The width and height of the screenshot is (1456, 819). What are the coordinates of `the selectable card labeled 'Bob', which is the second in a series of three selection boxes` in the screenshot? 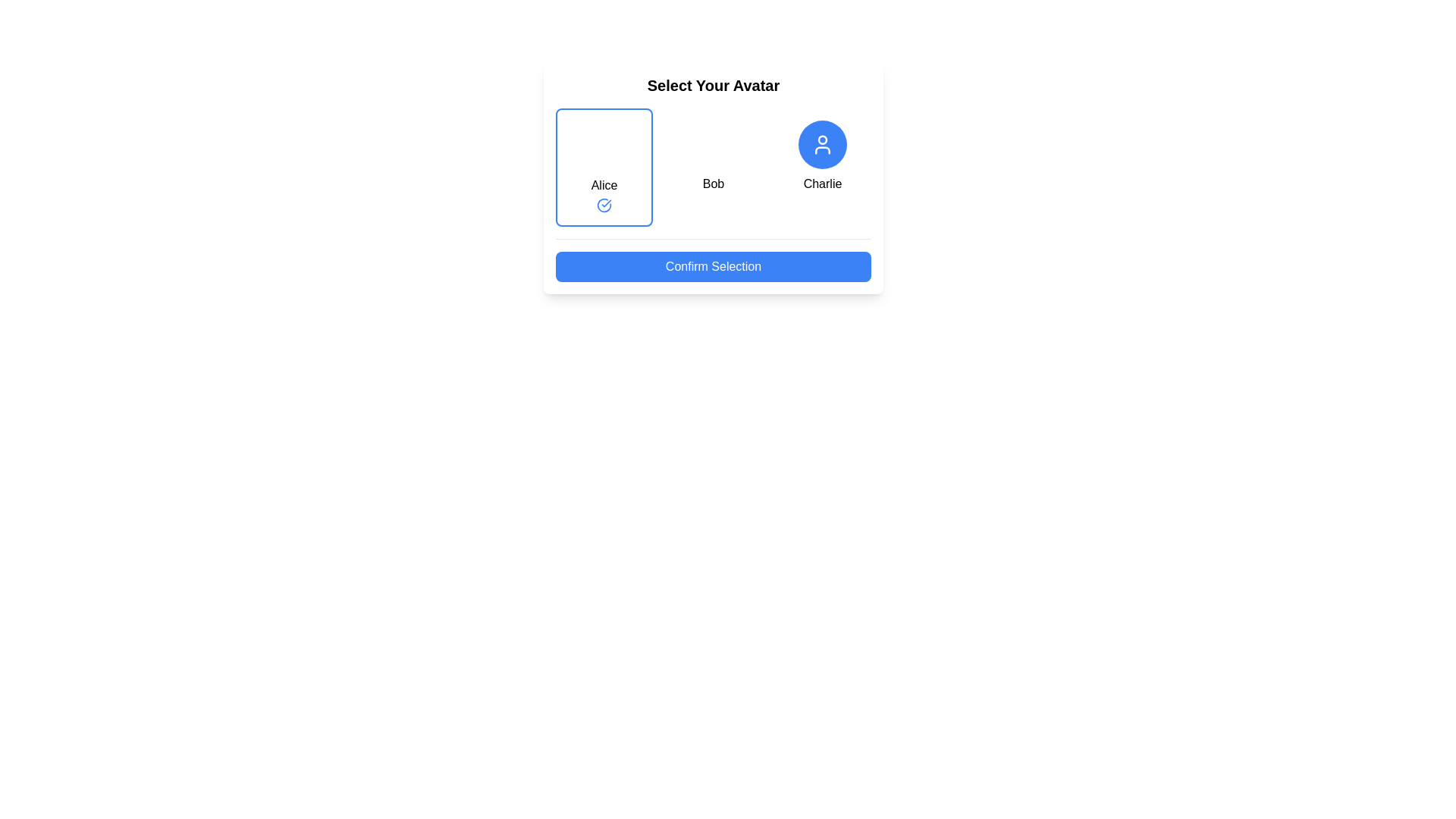 It's located at (712, 167).